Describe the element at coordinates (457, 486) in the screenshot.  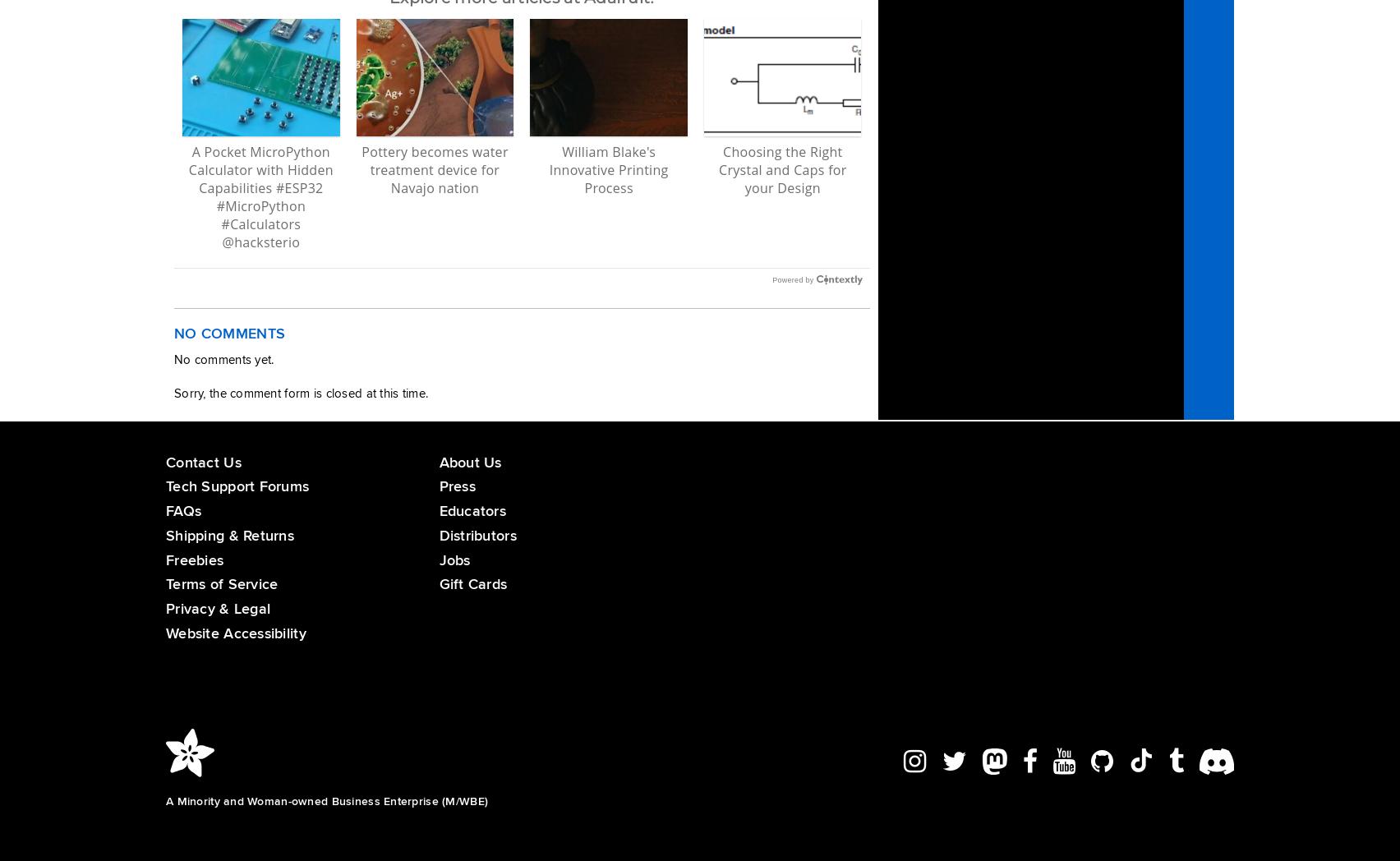
I see `'Press'` at that location.